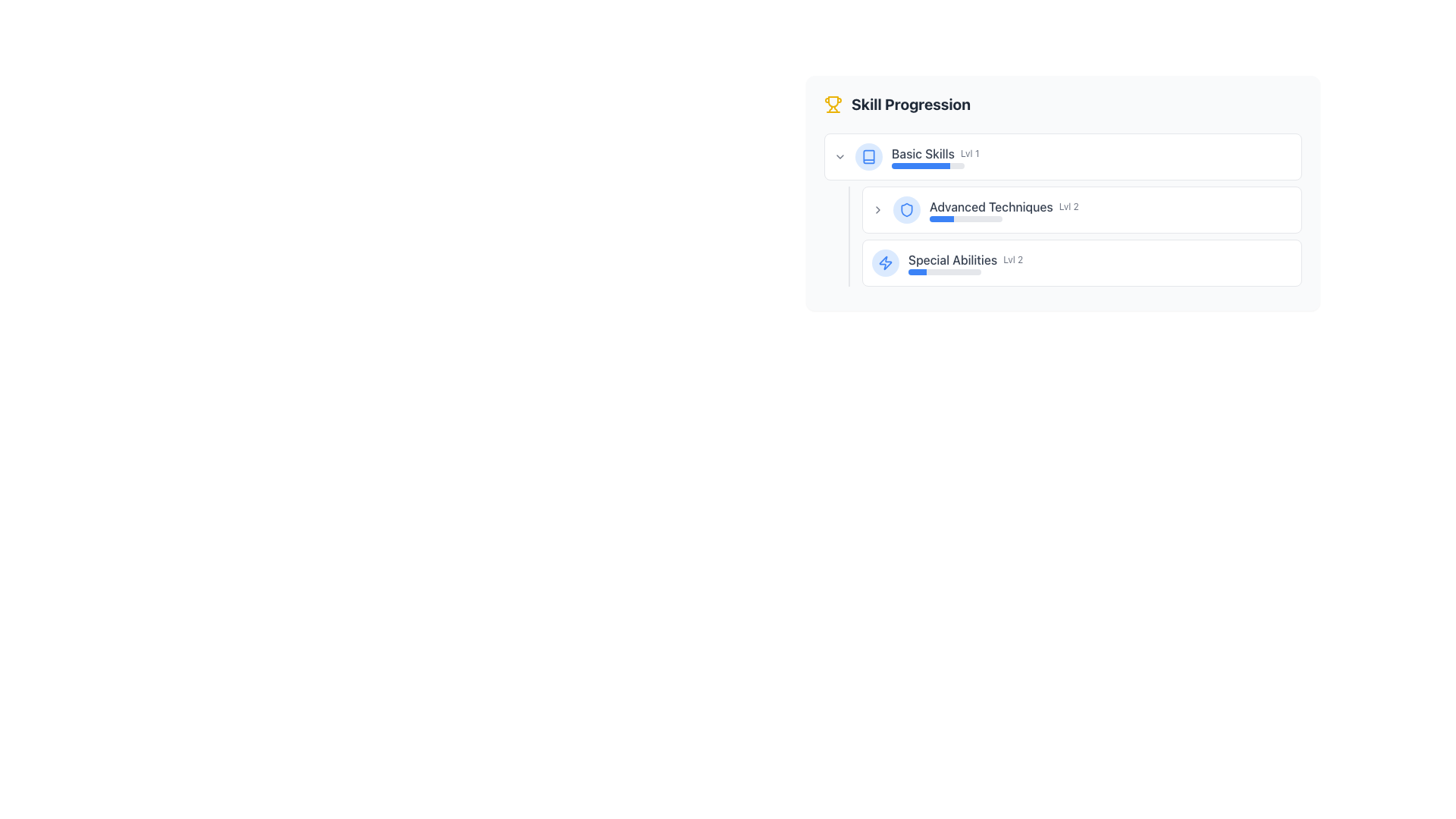  I want to click on the progress bar indicating 'Advanced Techniques Lvl 2', which features a light gray background with a blue progress segment, so click(965, 219).